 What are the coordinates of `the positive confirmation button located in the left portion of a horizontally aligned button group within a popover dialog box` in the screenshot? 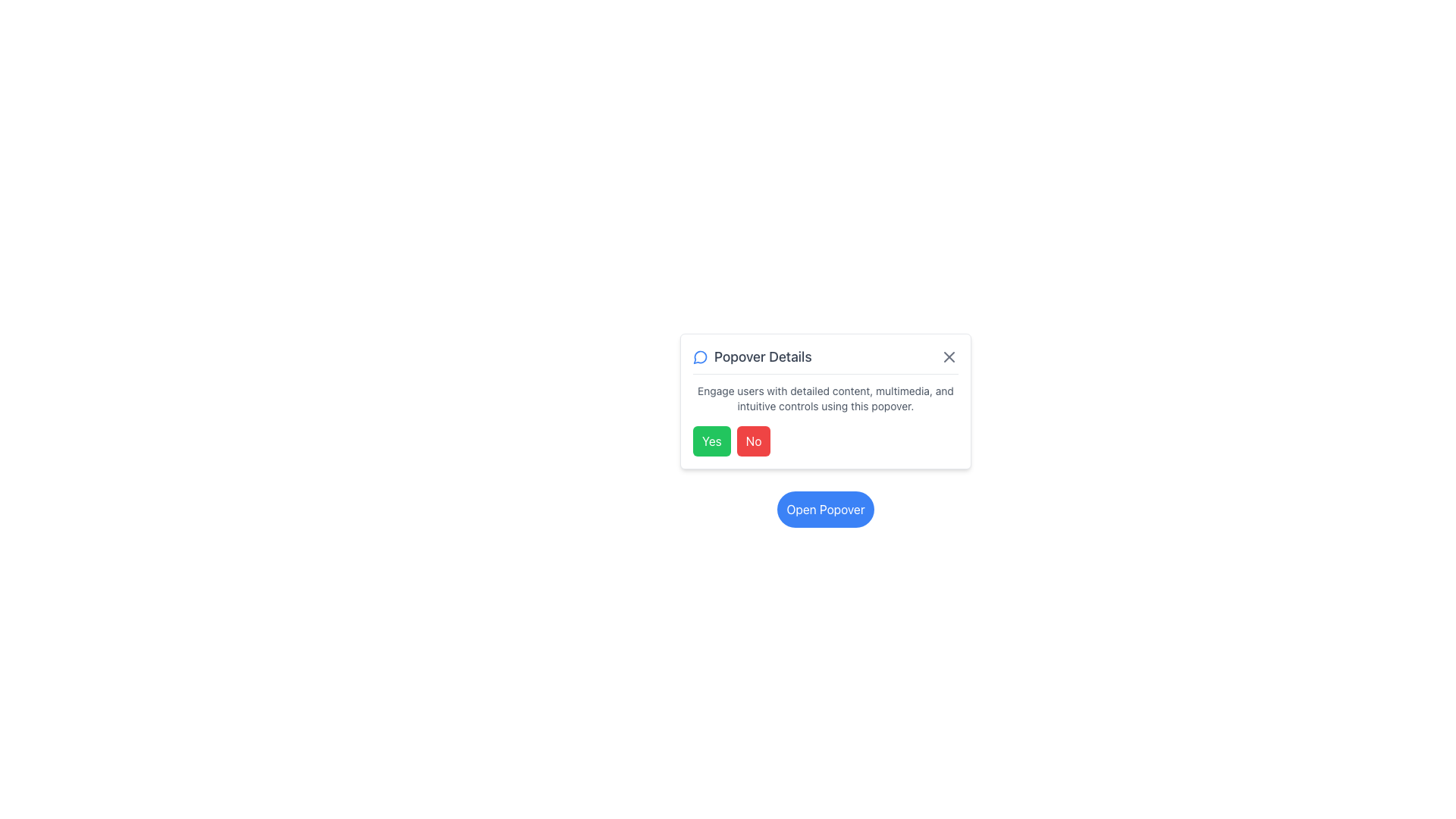 It's located at (711, 441).